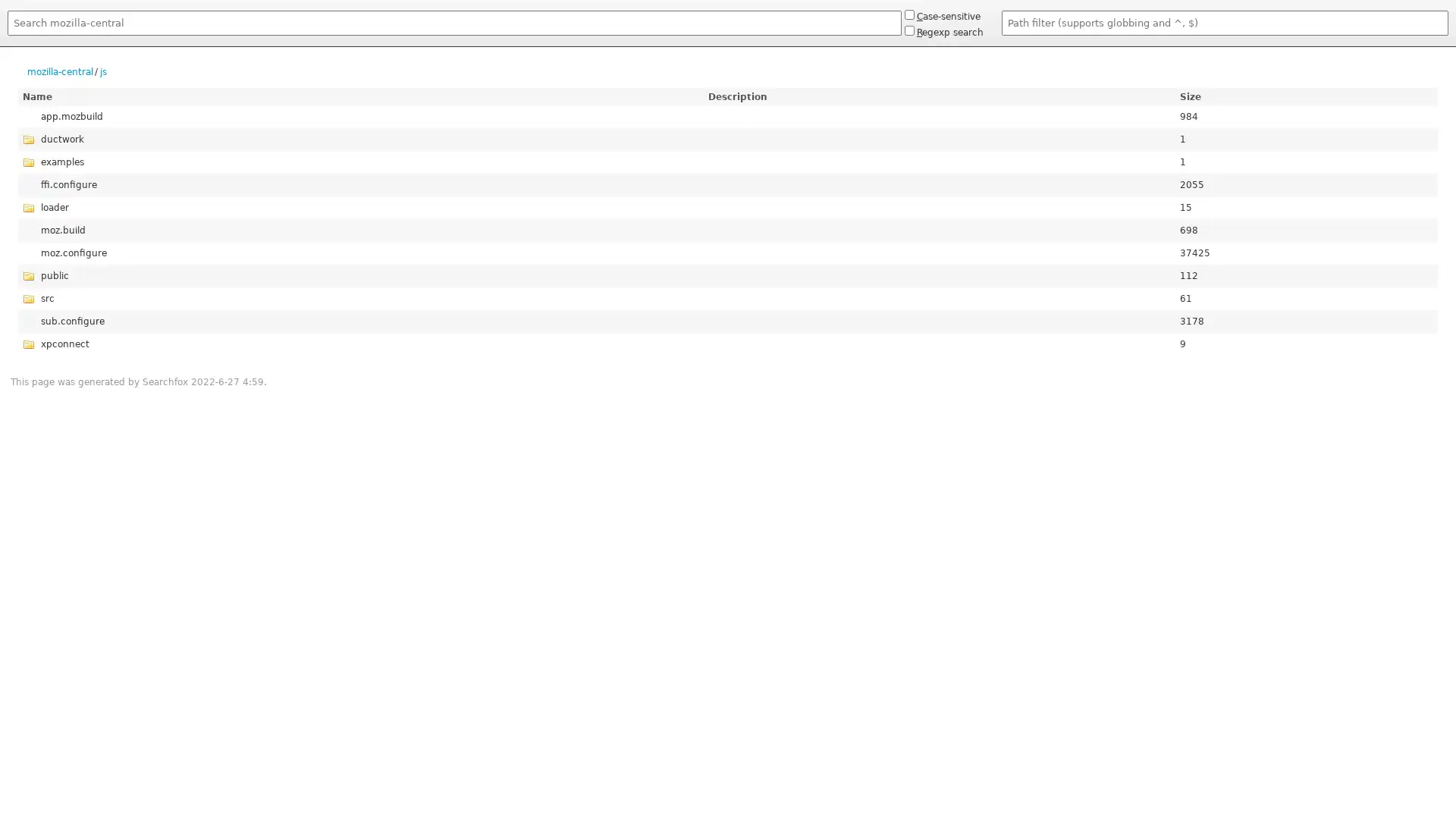  I want to click on Search, so click(7, 38).